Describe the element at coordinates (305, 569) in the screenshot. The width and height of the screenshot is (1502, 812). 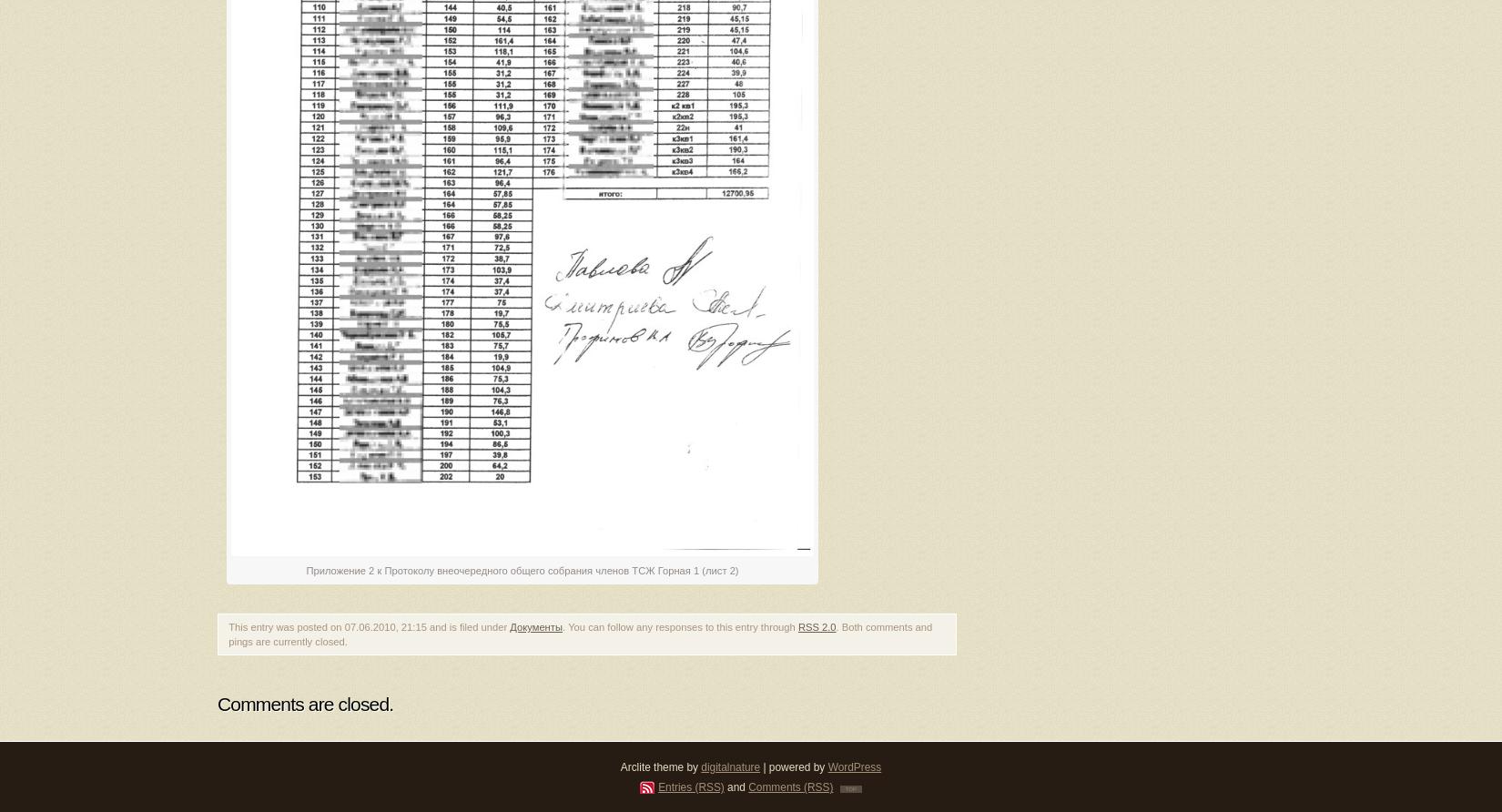
I see `'Приложение 2 к Протоколу внеочередного общего собрания членов ТСЖ Горная 1 (лист 2)'` at that location.